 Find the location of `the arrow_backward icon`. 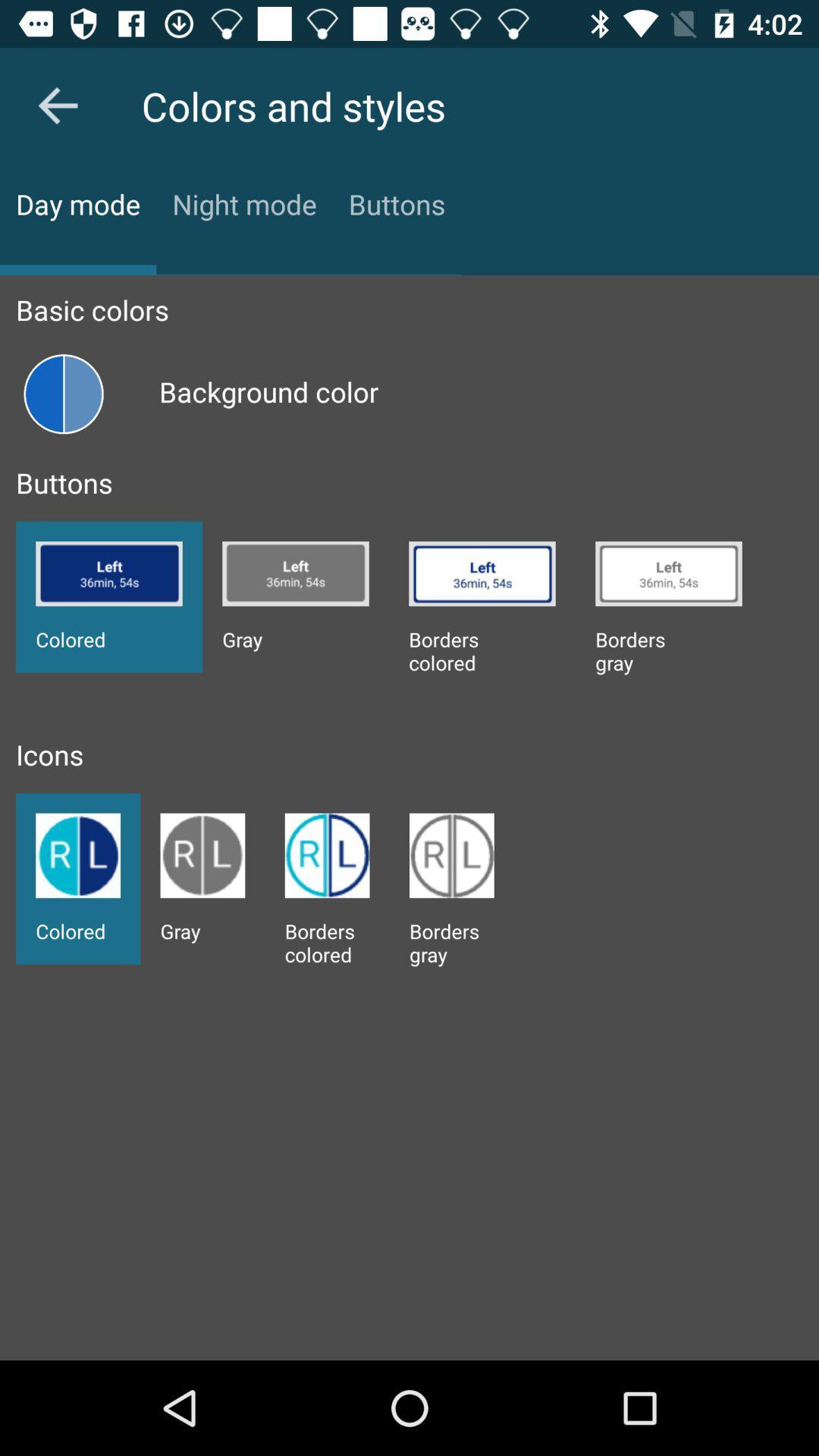

the arrow_backward icon is located at coordinates (57, 105).